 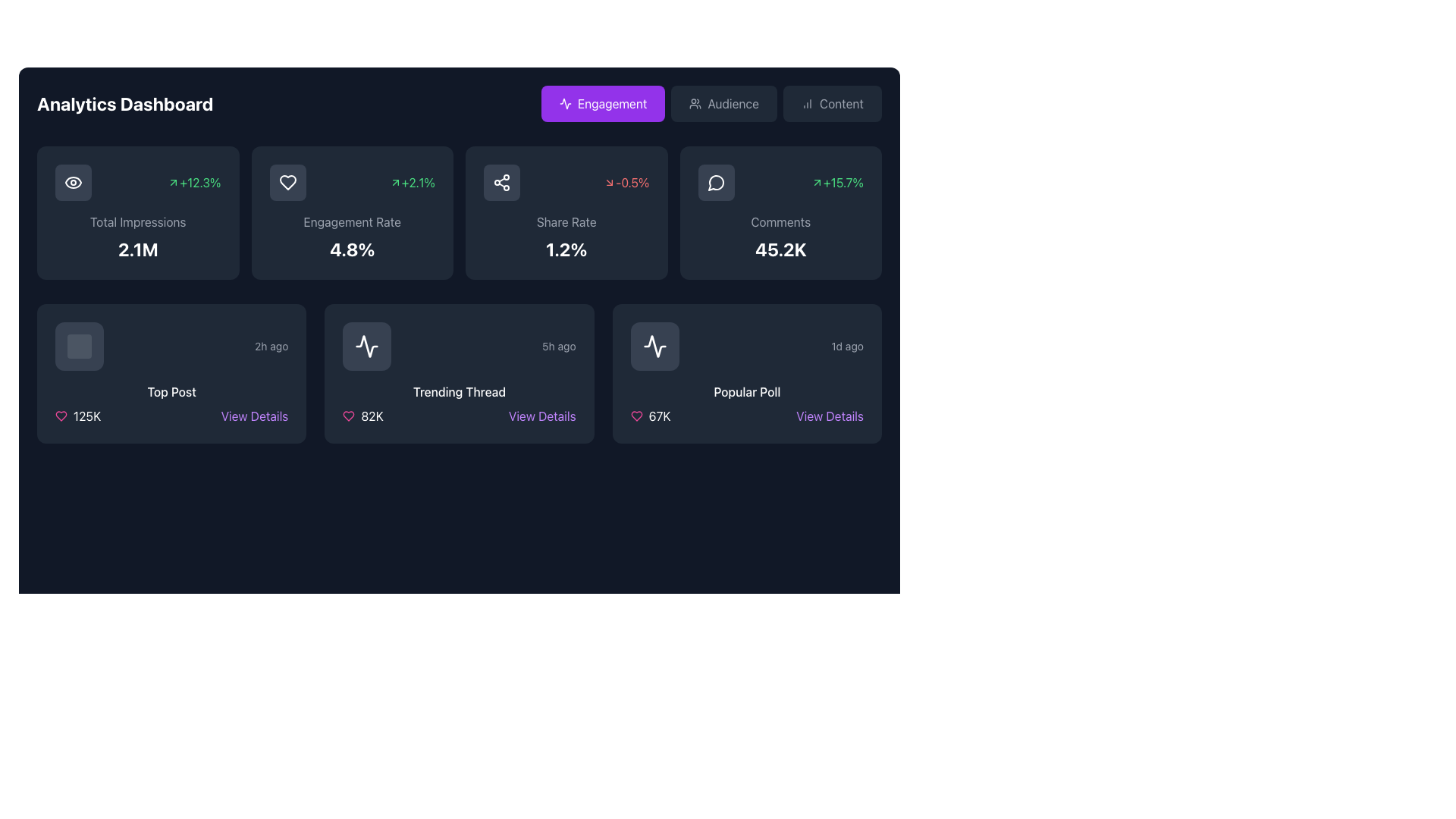 What do you see at coordinates (125, 103) in the screenshot?
I see `the Text Header element located at the top-left corner of the dashboard, which serves as the title or header for the page's content` at bounding box center [125, 103].